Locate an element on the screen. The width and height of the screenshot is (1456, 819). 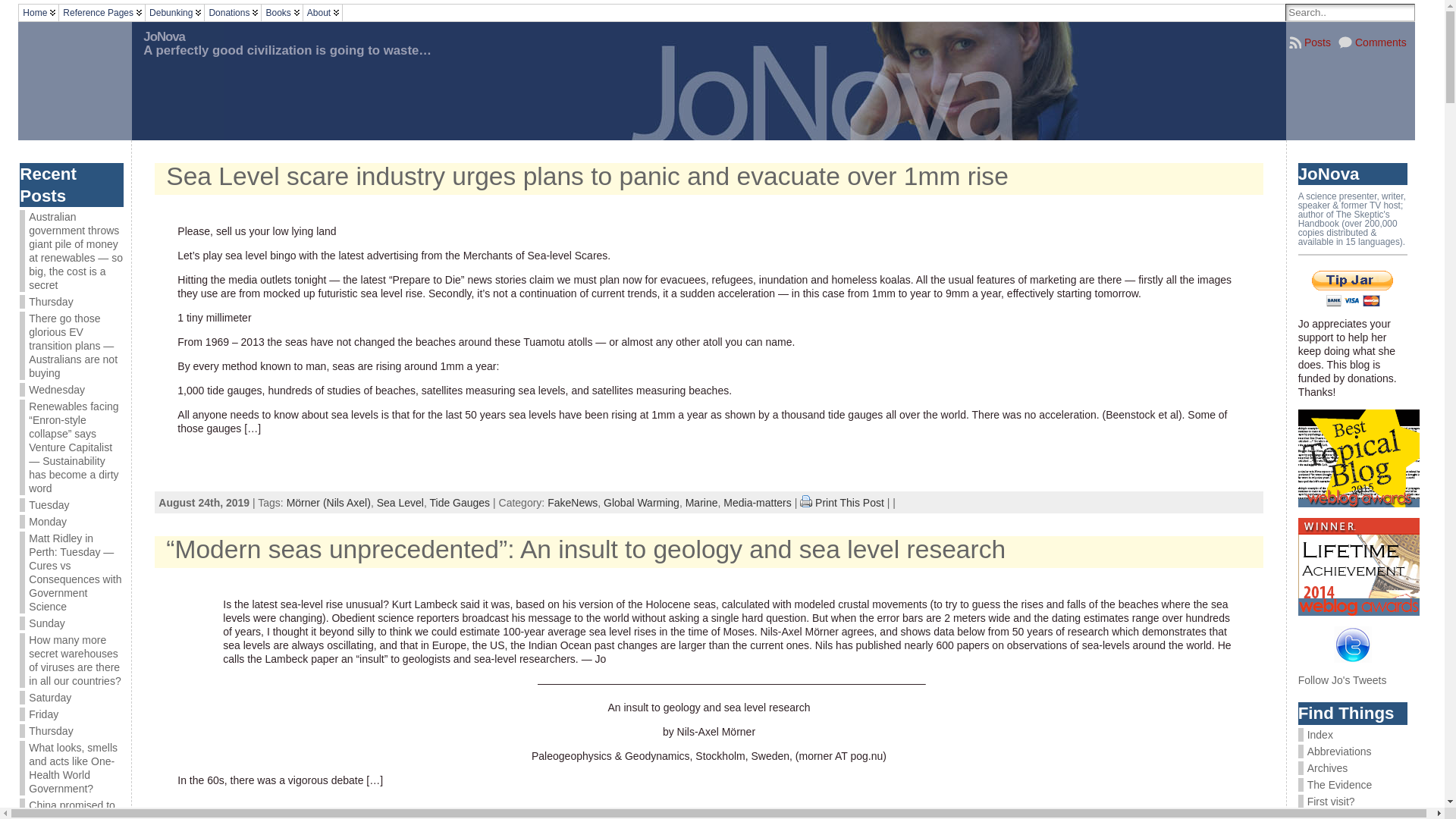
'Reference Pages' is located at coordinates (101, 12).